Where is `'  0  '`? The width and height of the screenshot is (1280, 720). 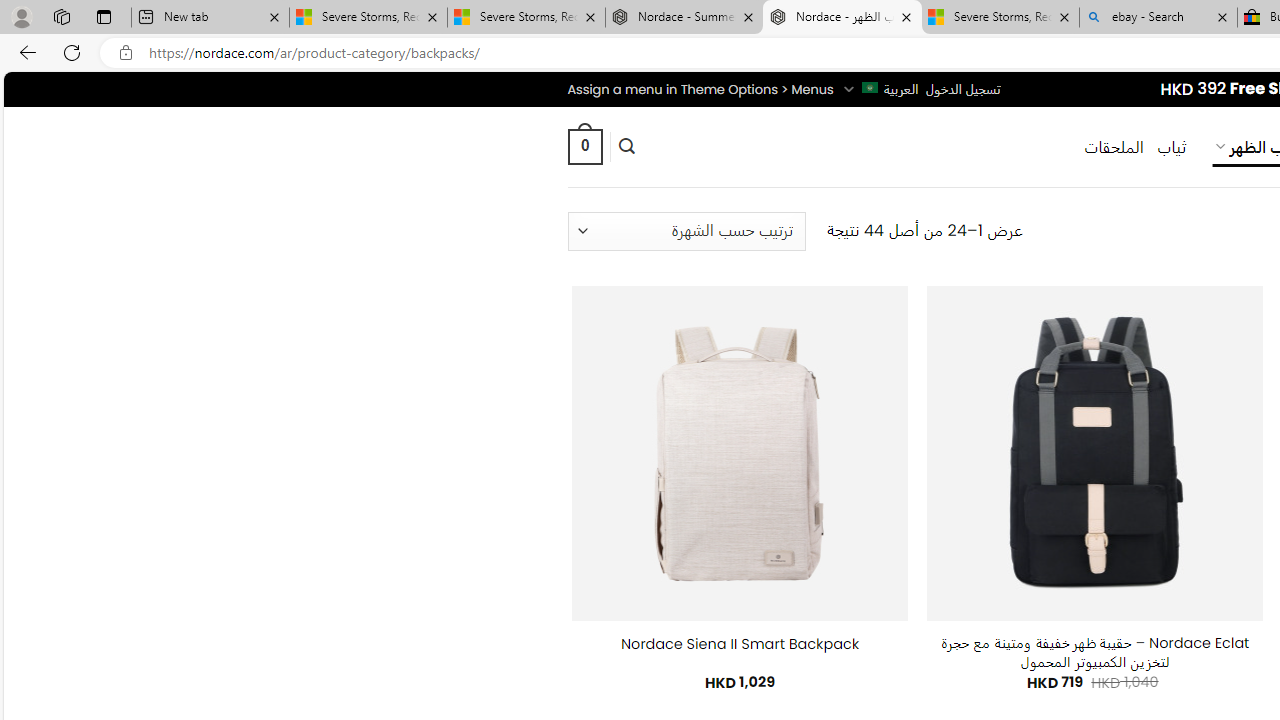 '  0  ' is located at coordinates (583, 145).